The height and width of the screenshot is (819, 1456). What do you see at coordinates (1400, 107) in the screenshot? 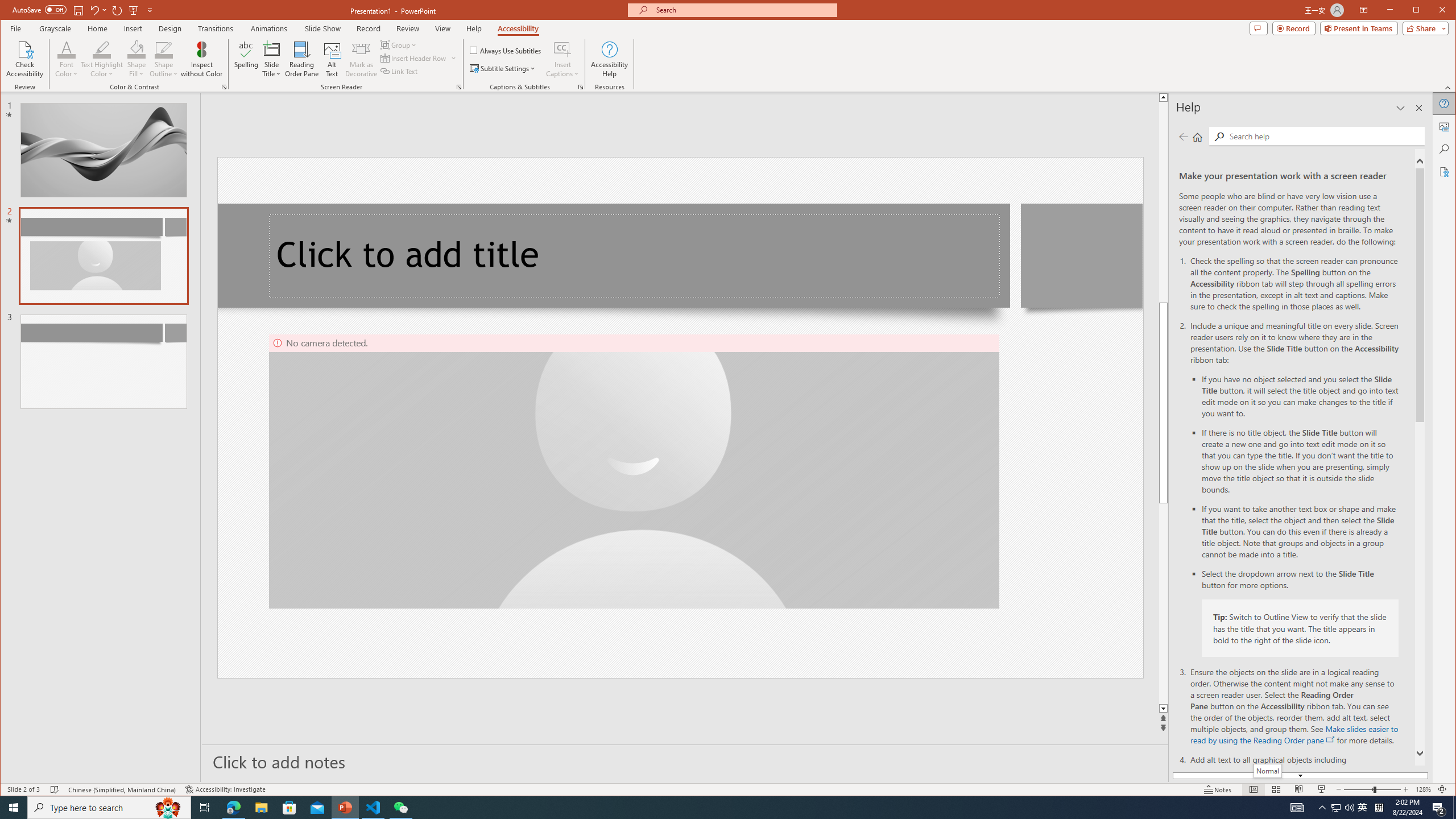
I see `'Task Pane Options'` at bounding box center [1400, 107].